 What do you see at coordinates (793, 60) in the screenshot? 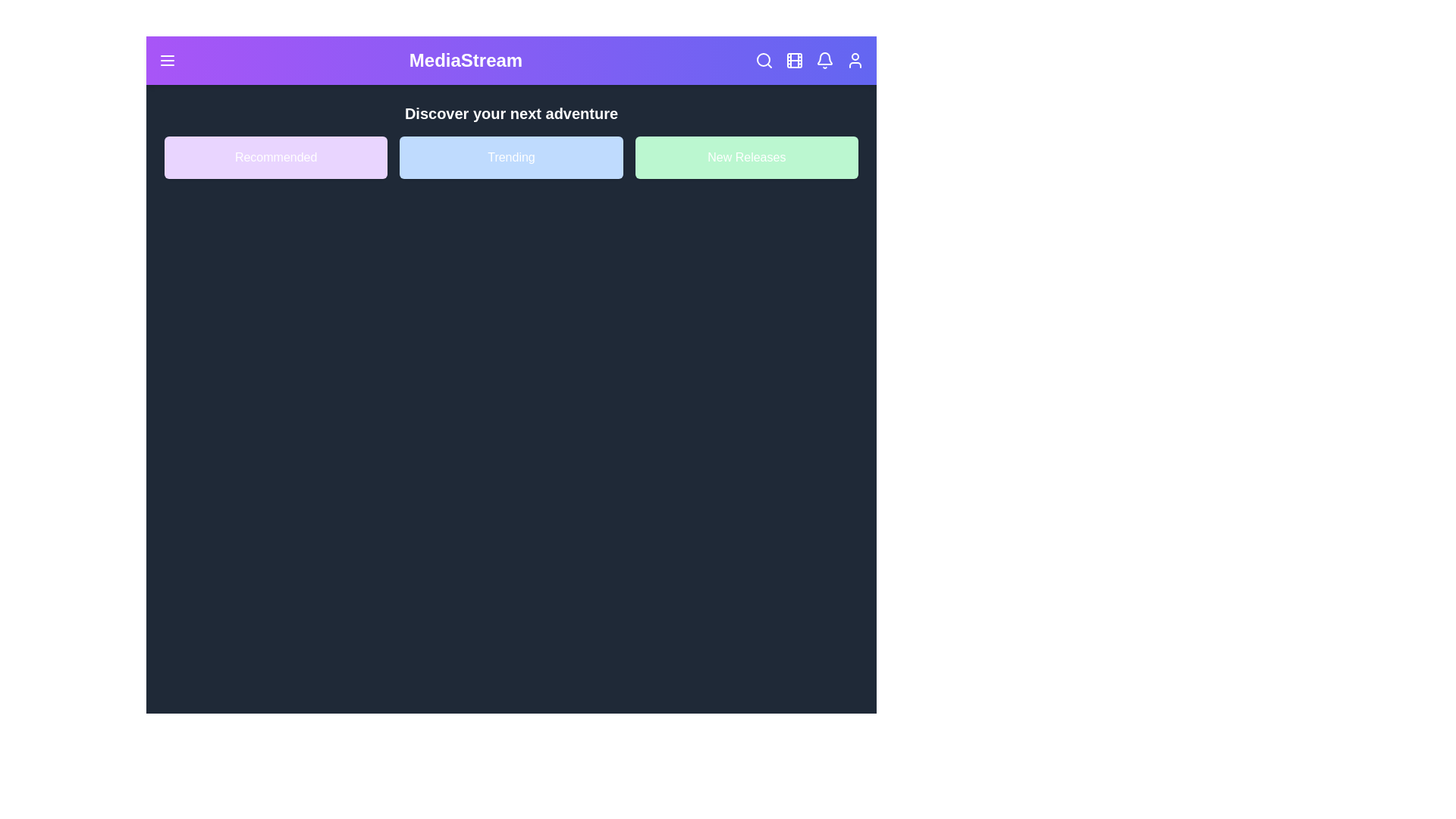
I see `the theme toggle button in the app bar to switch themes` at bounding box center [793, 60].